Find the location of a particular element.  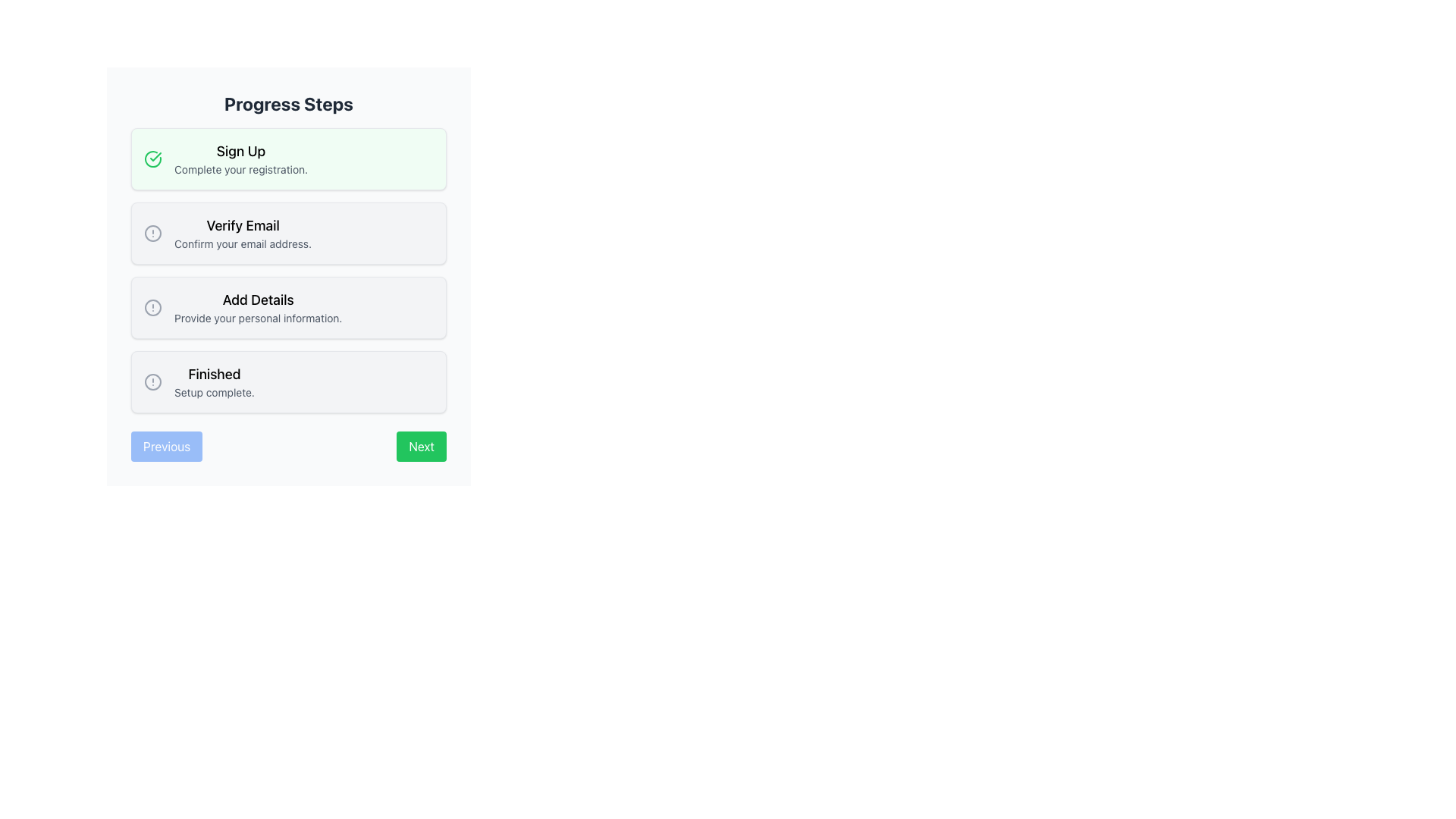

the text block that includes 'Add Details' and 'Provide your personal information.' located in the third item of the vertical list of progress steps is located at coordinates (258, 307).